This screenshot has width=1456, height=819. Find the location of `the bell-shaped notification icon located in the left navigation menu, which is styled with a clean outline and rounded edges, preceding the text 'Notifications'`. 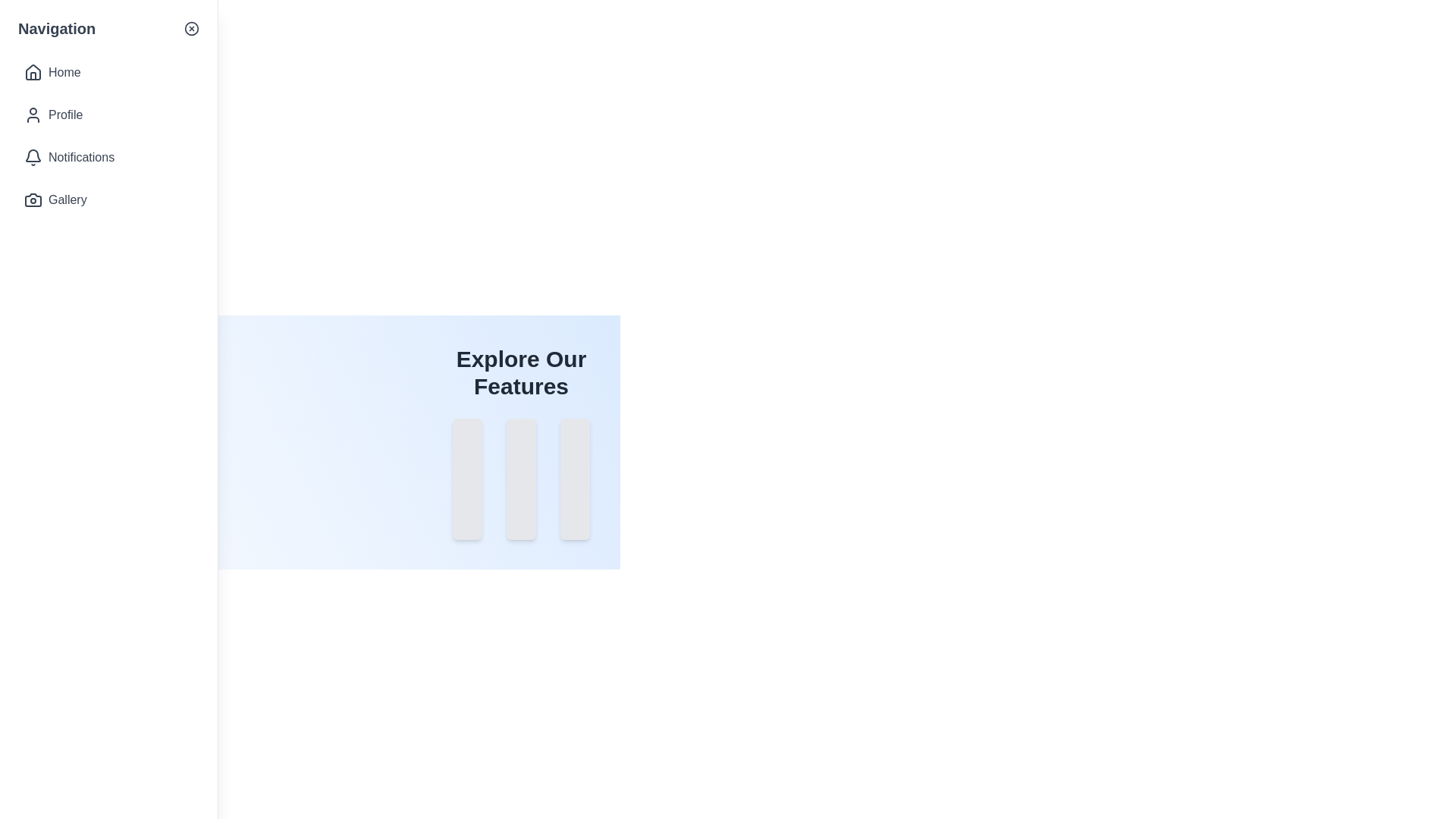

the bell-shaped notification icon located in the left navigation menu, which is styled with a clean outline and rounded edges, preceding the text 'Notifications' is located at coordinates (33, 158).